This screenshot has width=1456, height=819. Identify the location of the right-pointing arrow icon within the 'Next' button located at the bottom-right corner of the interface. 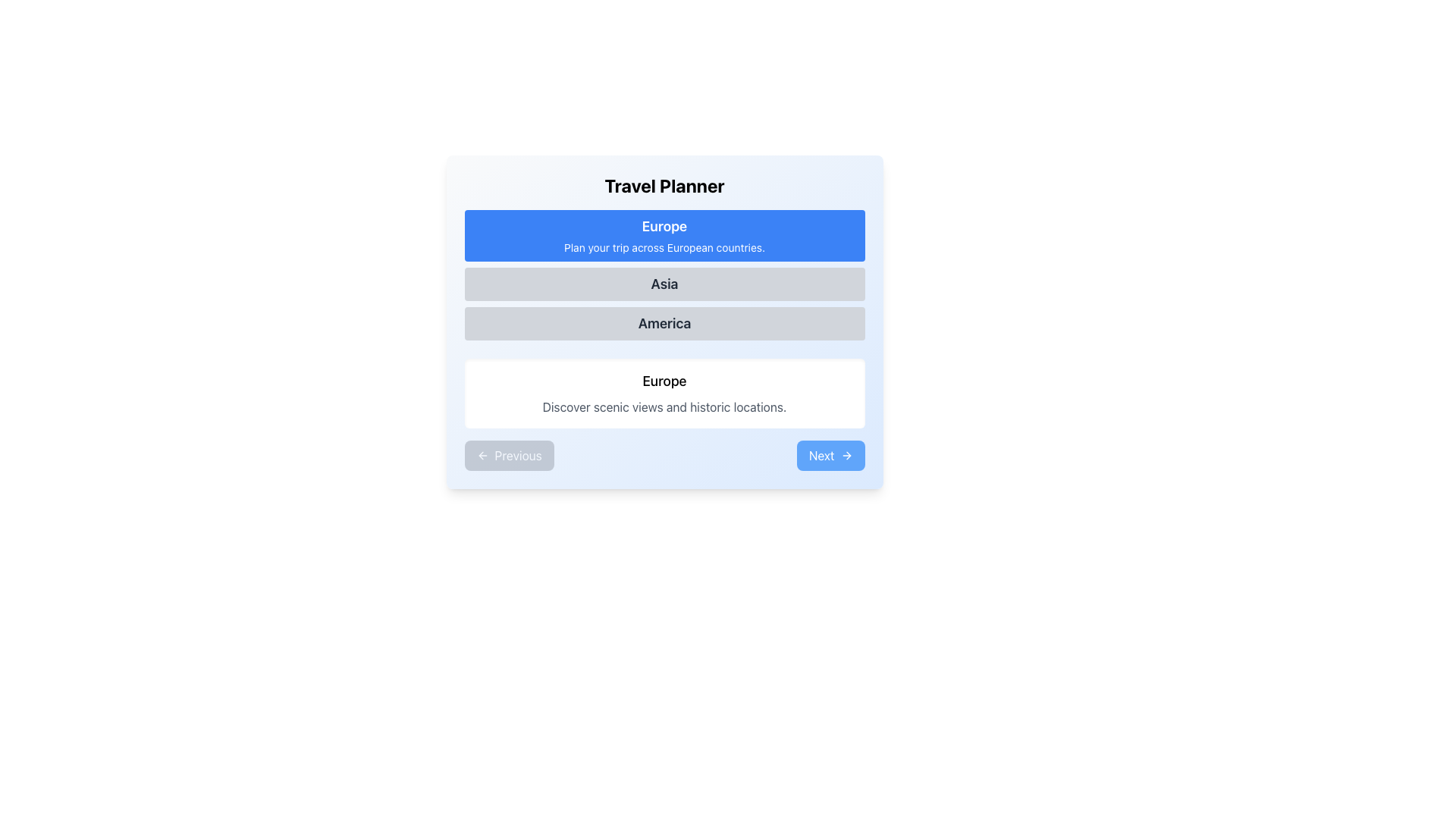
(846, 455).